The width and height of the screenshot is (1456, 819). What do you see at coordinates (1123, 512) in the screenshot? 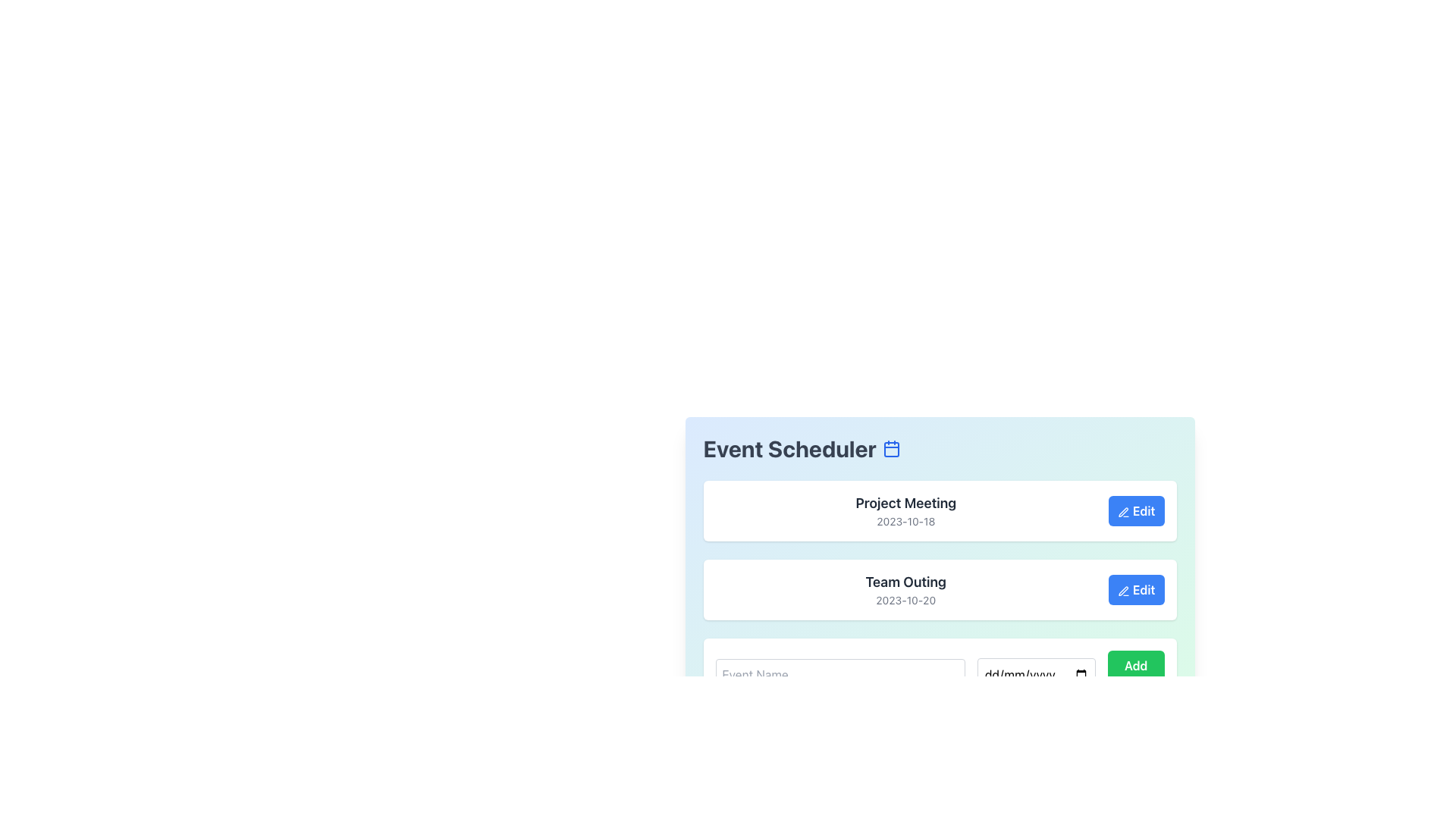
I see `the pen icon within the blue 'Edit' button located at the top-right corner of the event details box` at bounding box center [1123, 512].